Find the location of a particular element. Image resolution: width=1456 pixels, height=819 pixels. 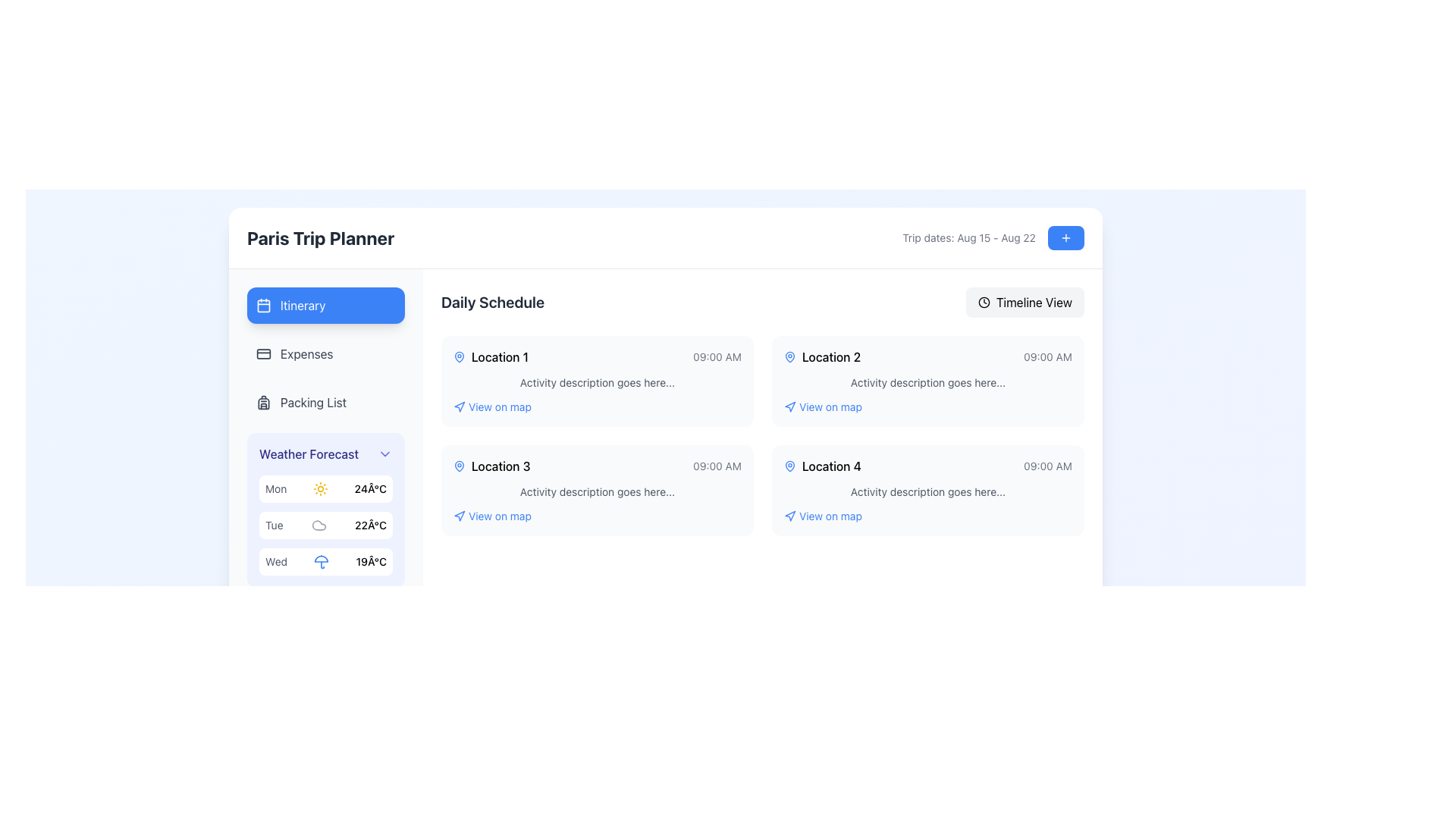

text content of the text label displaying 'Location 3' which is positioned in the 'Daily Schedule' section of the trip planner interface is located at coordinates (500, 465).